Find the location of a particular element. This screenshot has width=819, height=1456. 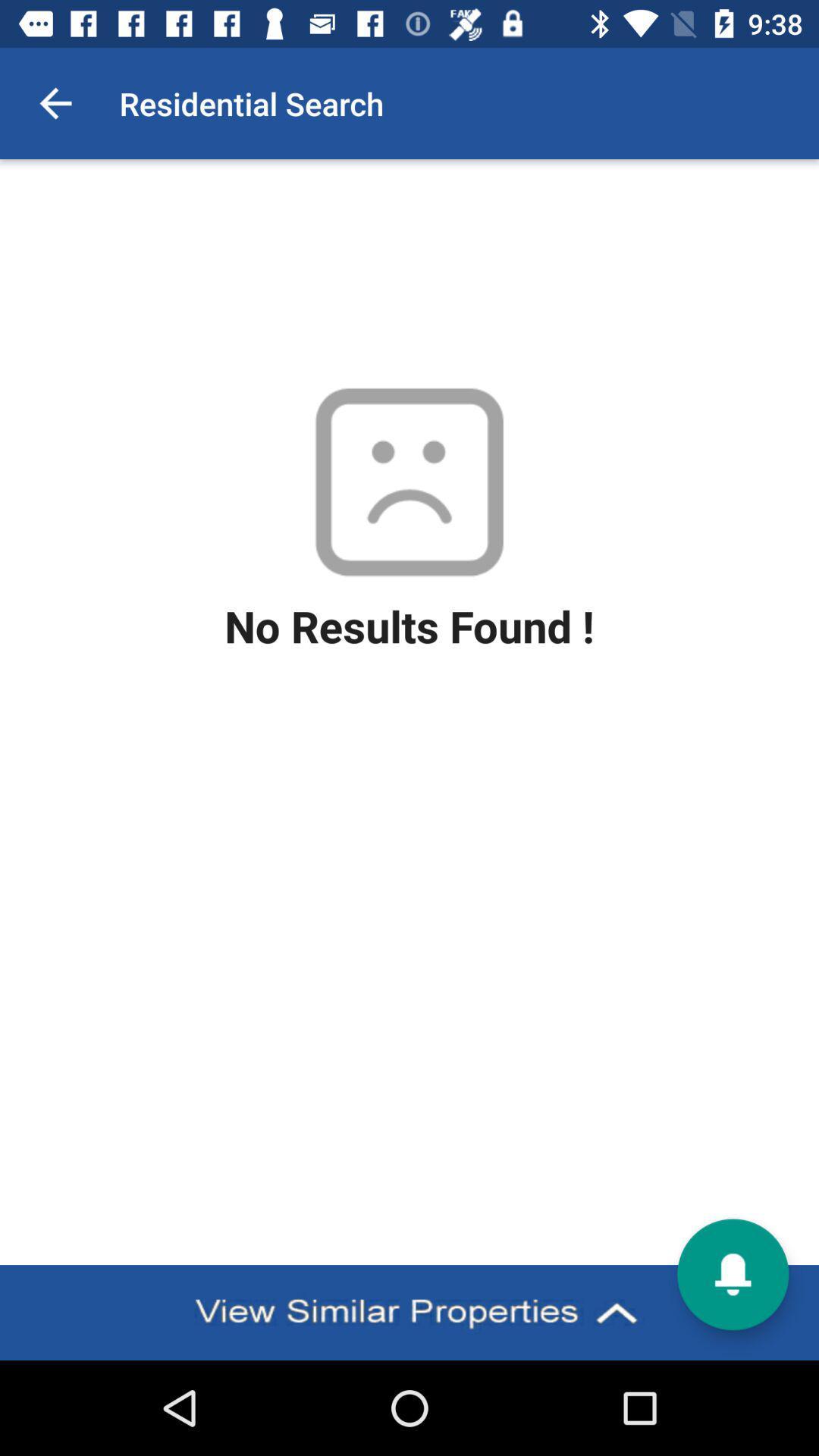

notification option is located at coordinates (732, 1274).